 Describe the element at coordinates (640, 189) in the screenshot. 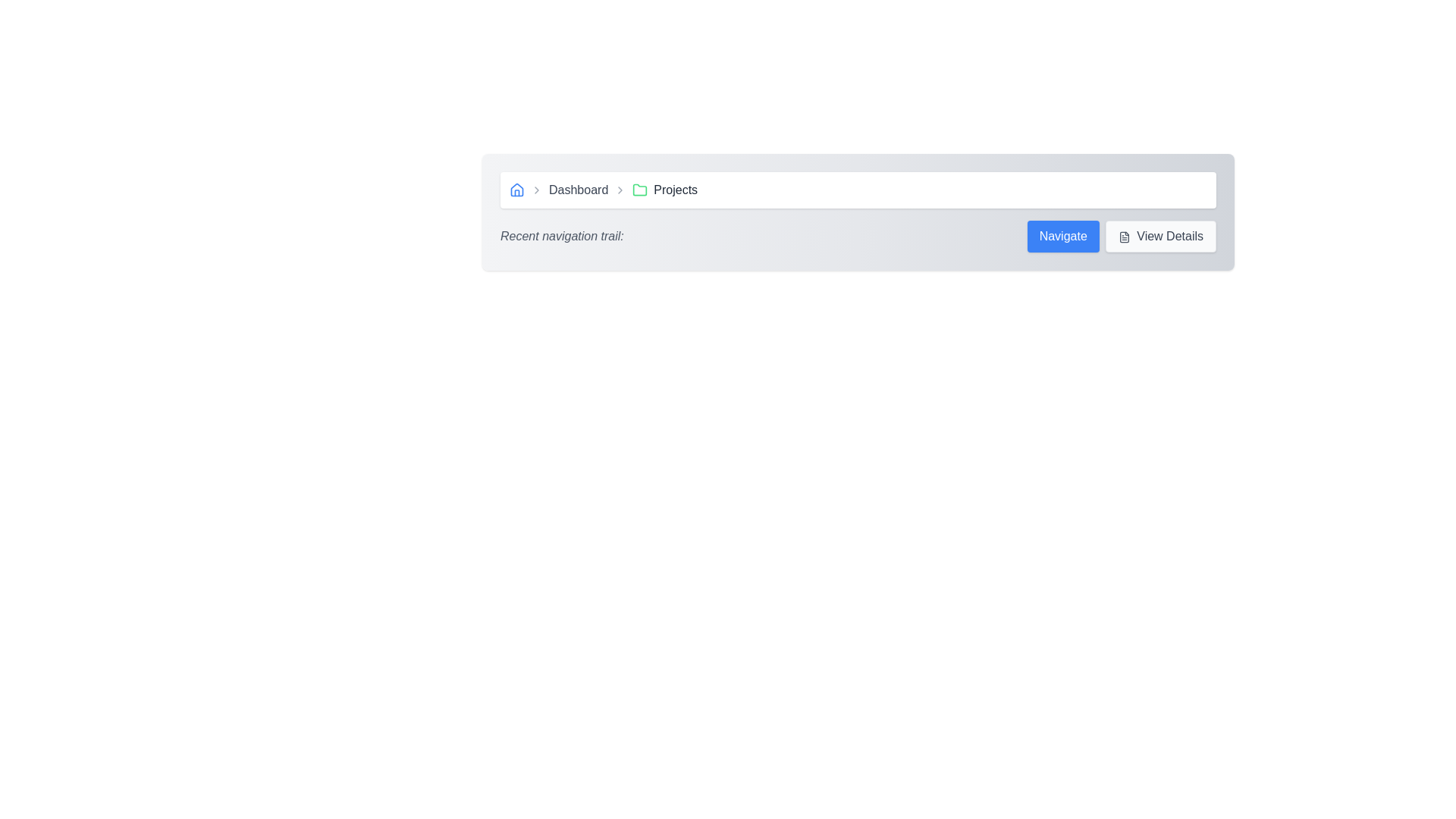

I see `the green folder icon located in the breadcrumb navigation bar, positioned between 'Dashboard' and 'Projects'` at that location.